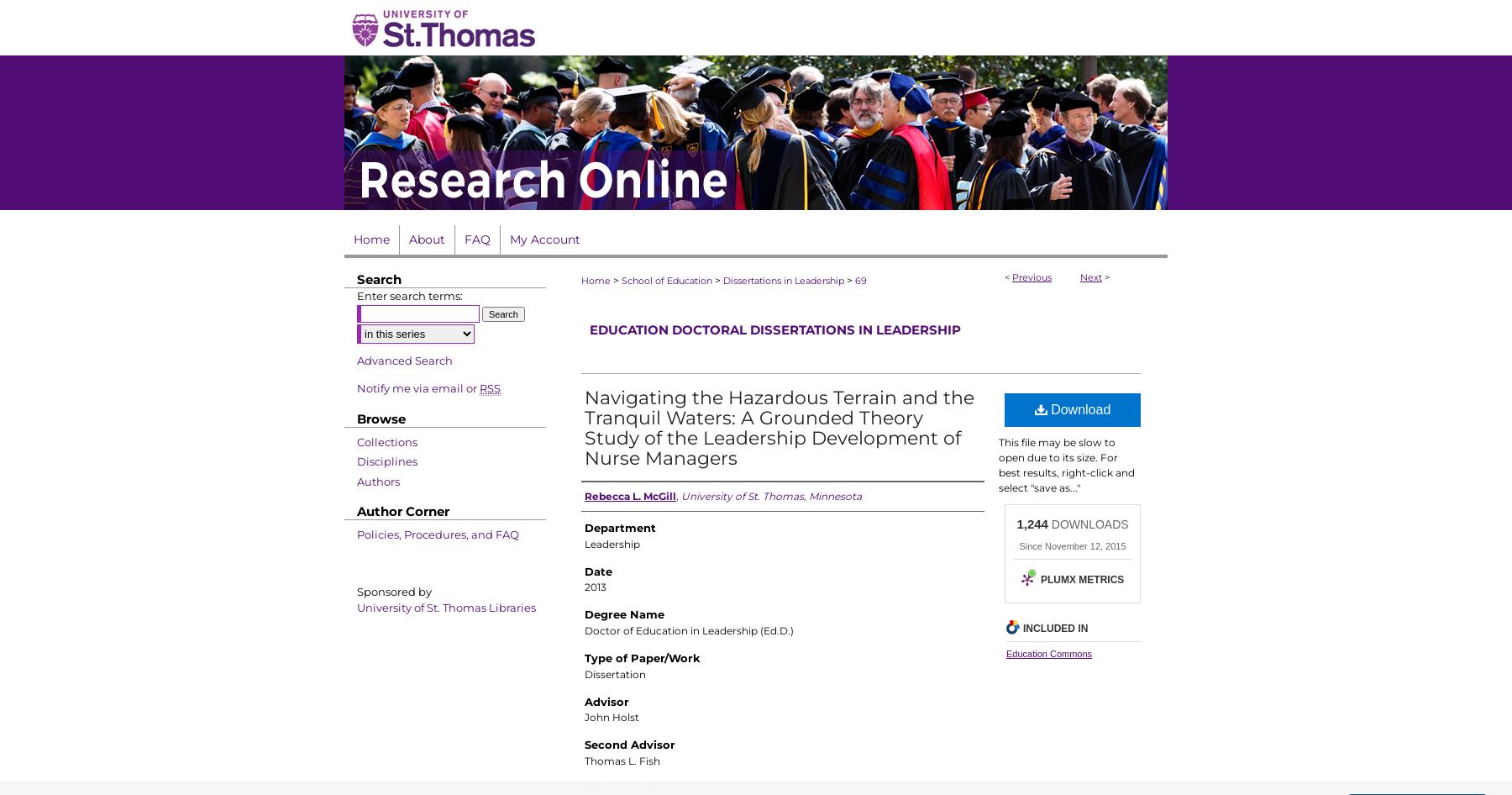 This screenshot has height=795, width=1512. What do you see at coordinates (393, 592) in the screenshot?
I see `'Sponsored by'` at bounding box center [393, 592].